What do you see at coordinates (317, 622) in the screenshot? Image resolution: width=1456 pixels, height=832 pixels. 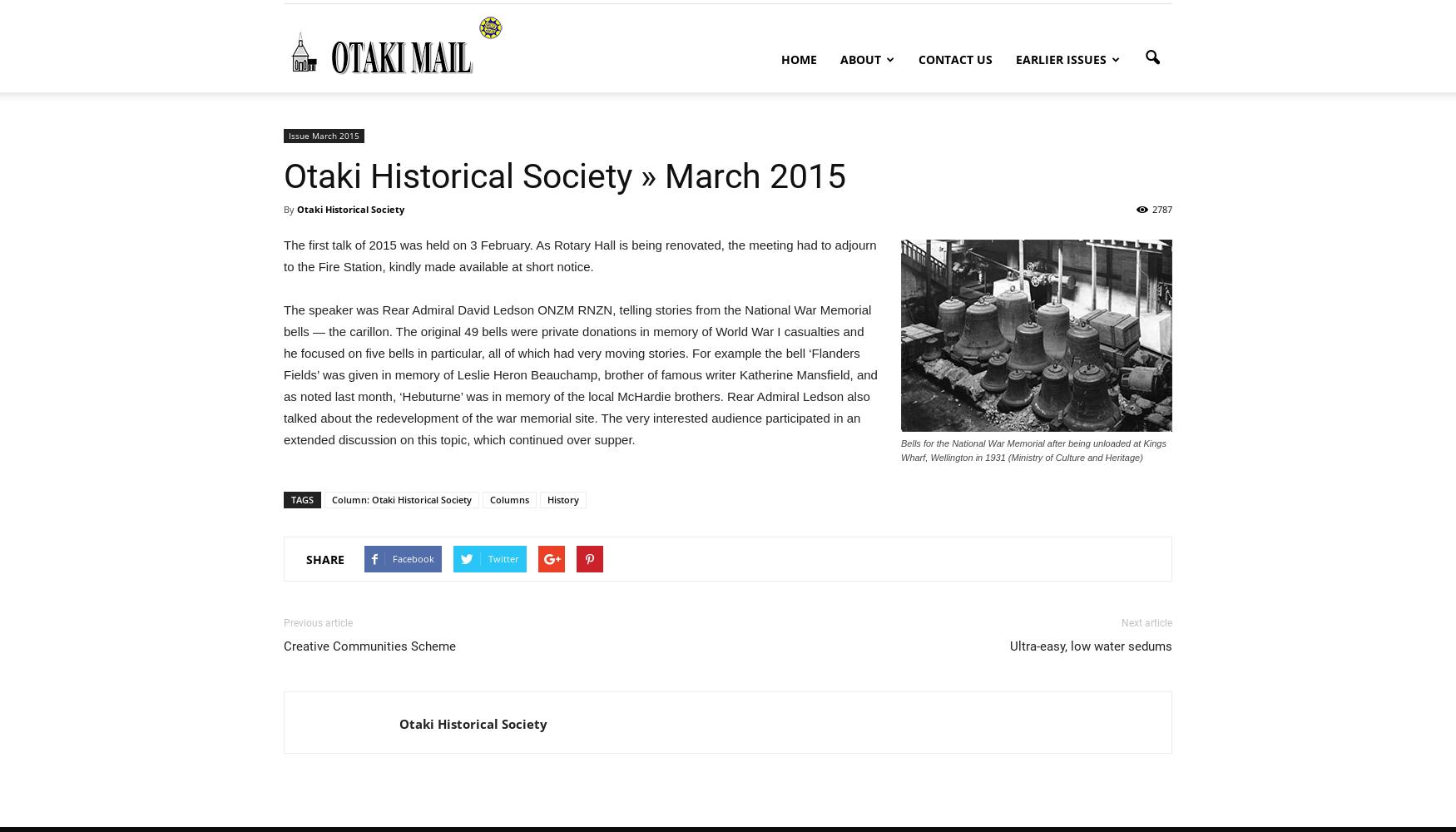 I see `'Previous article'` at bounding box center [317, 622].